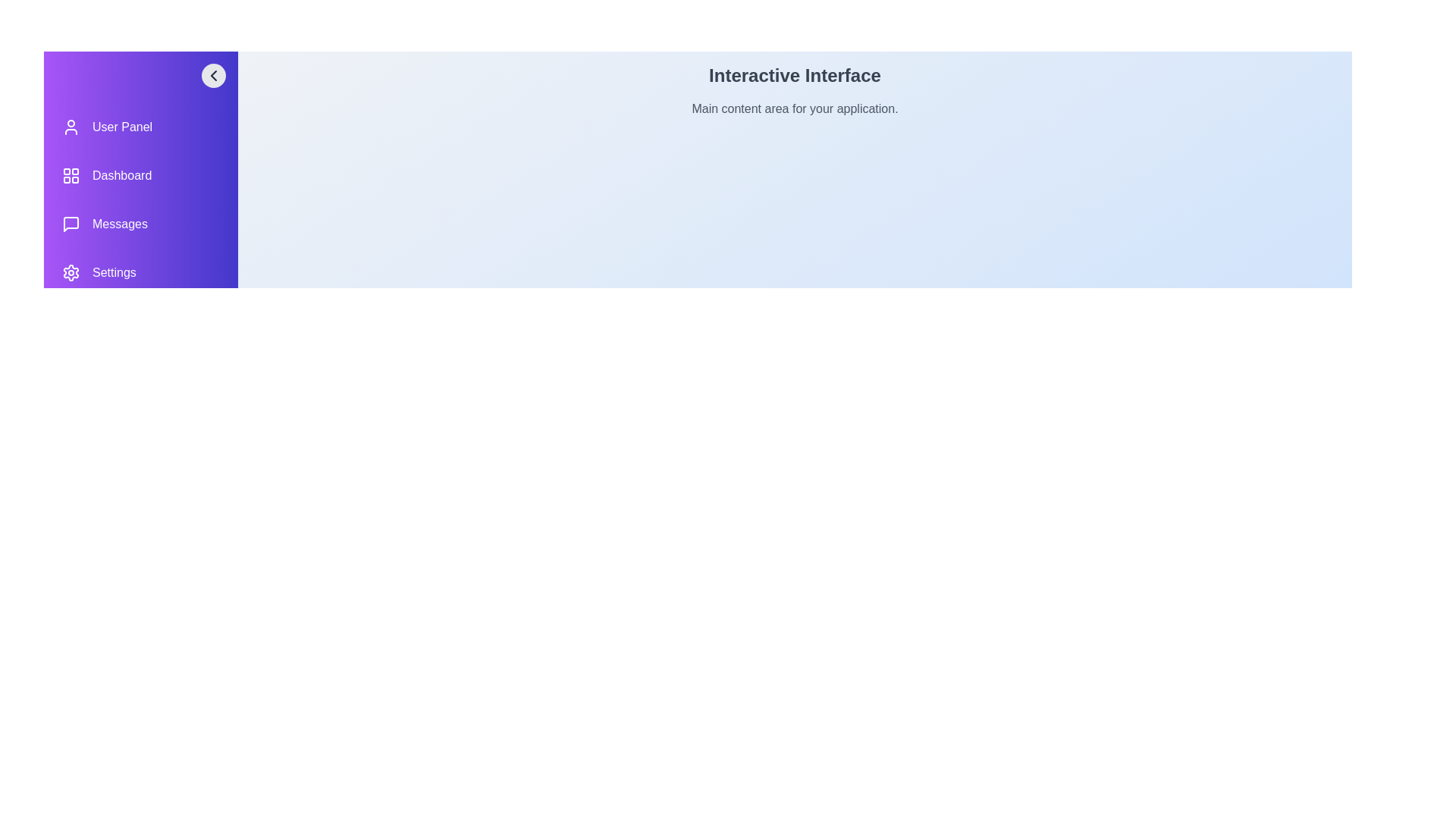 The height and width of the screenshot is (819, 1456). Describe the element at coordinates (213, 76) in the screenshot. I see `toggle button to expand or collapse the drawer` at that location.